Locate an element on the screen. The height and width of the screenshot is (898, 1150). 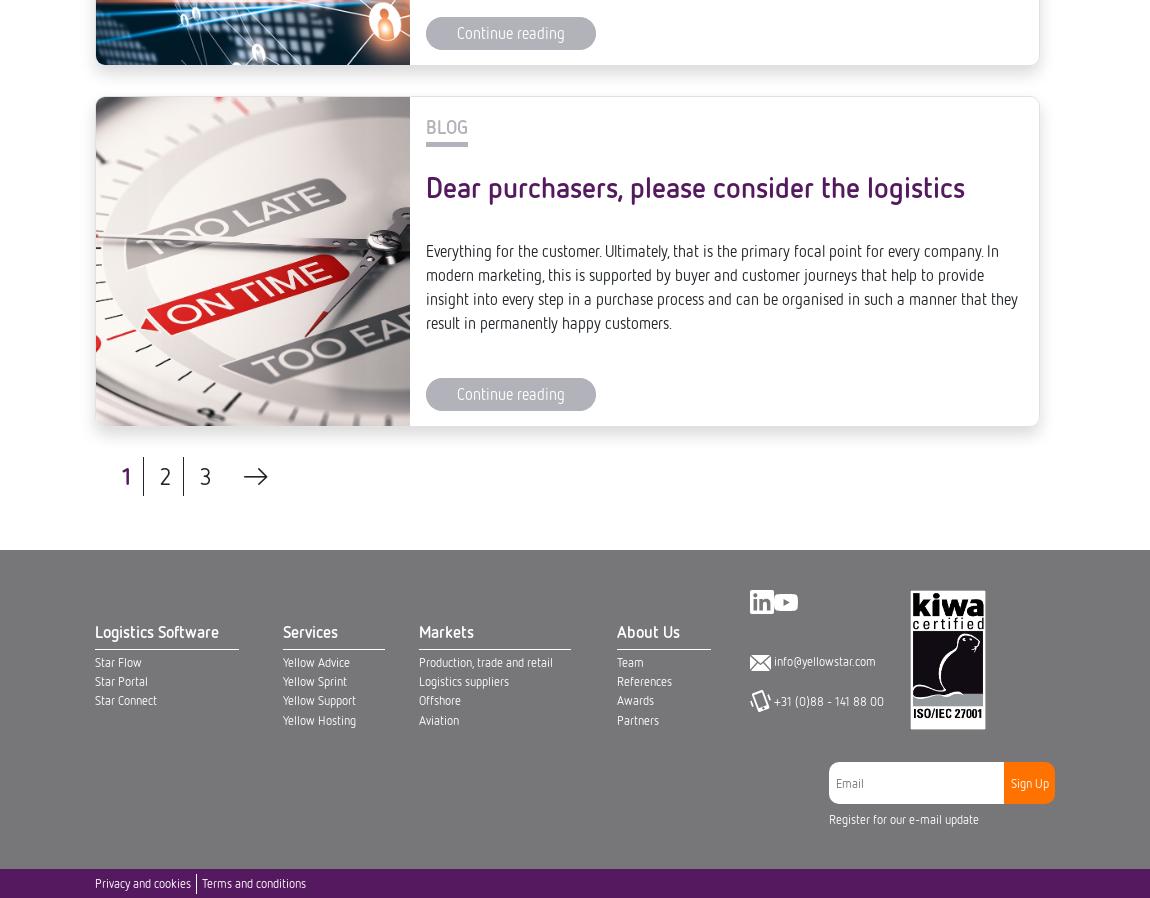
'Awards' is located at coordinates (633, 21).